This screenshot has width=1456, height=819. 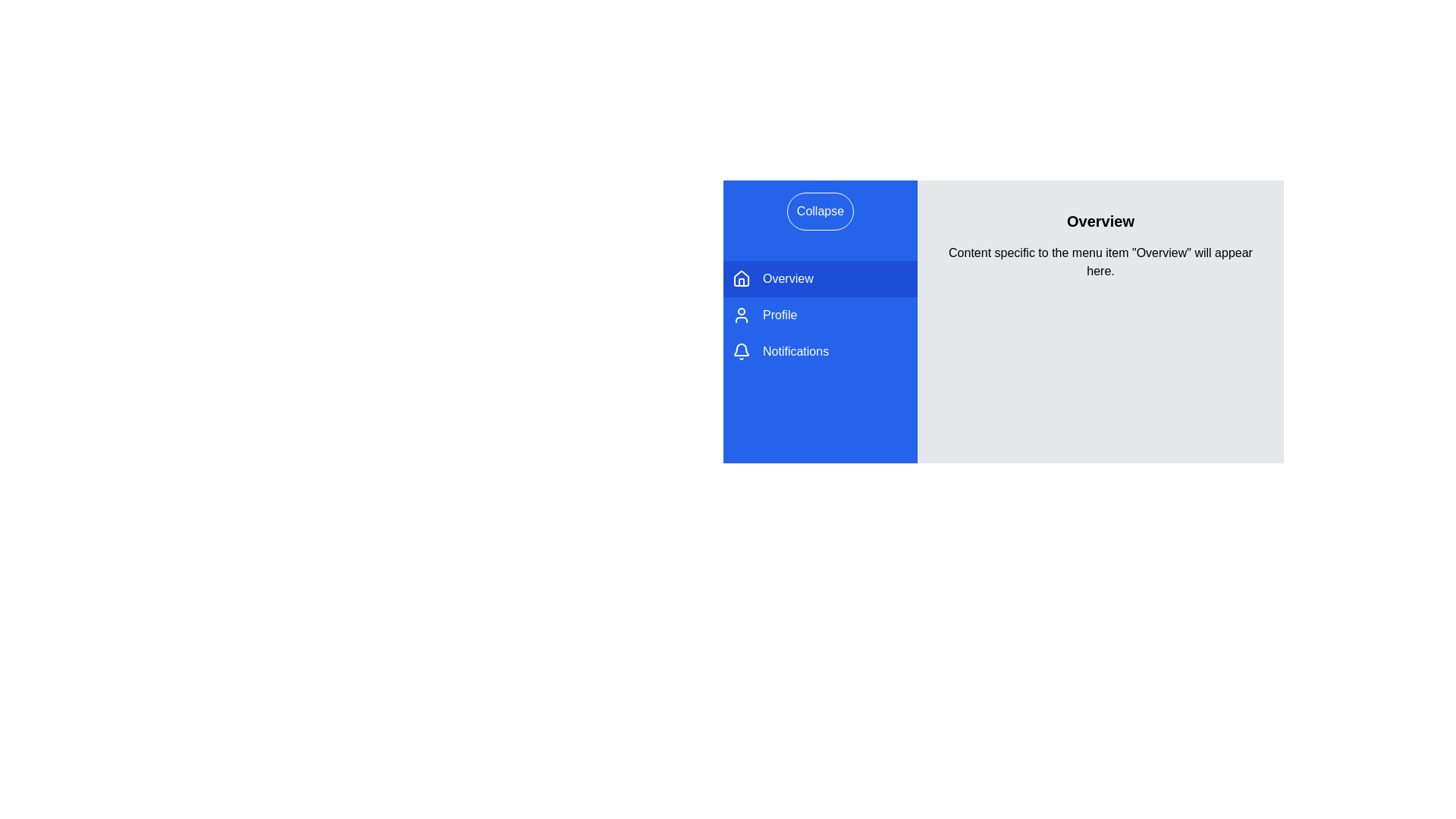 What do you see at coordinates (788, 278) in the screenshot?
I see `the 'Overview' text button in the sidebar navigation menu, which is located next to the house icon` at bounding box center [788, 278].